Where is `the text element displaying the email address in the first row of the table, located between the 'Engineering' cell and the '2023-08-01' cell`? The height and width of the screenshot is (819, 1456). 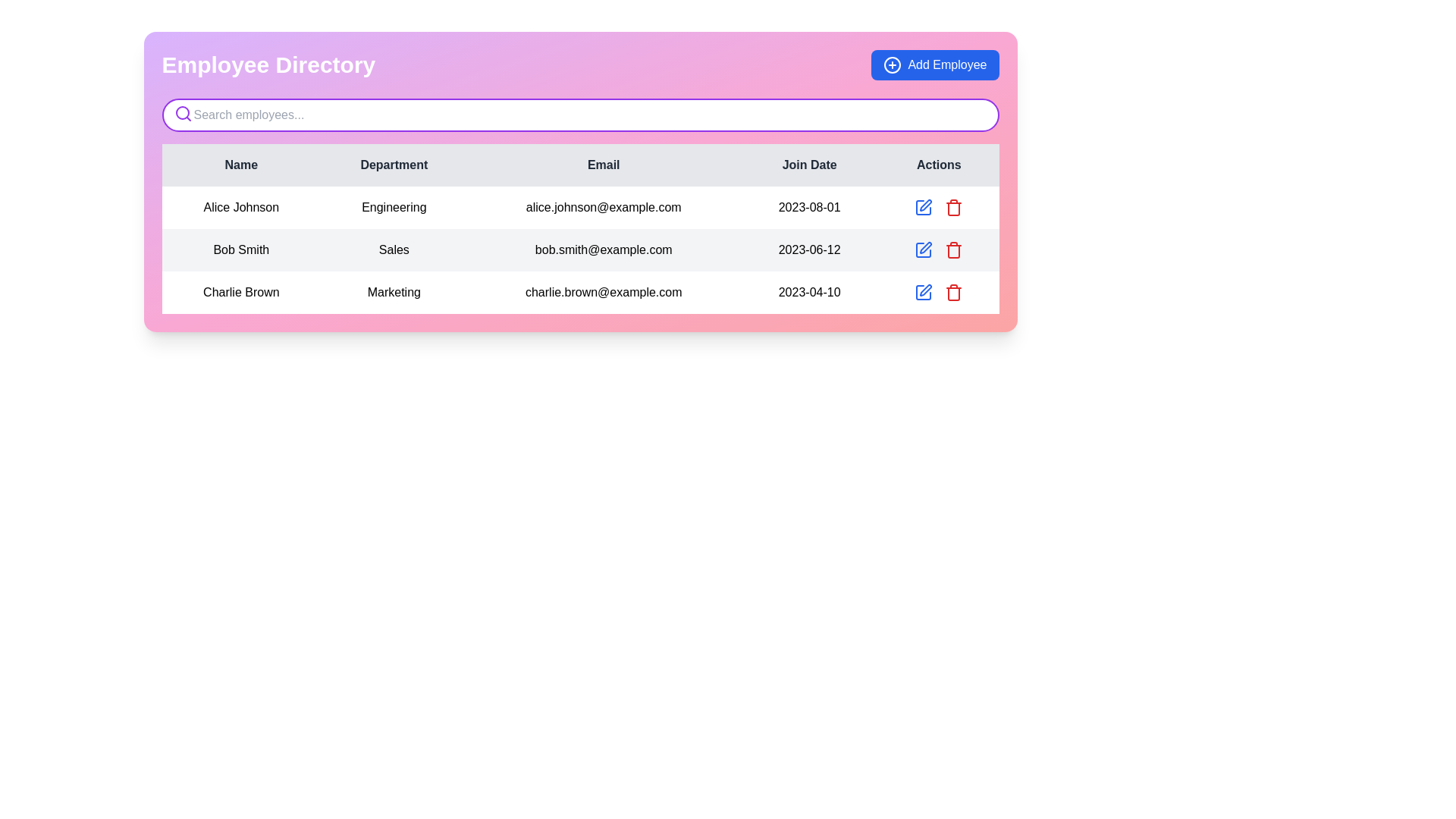 the text element displaying the email address in the first row of the table, located between the 'Engineering' cell and the '2023-08-01' cell is located at coordinates (603, 207).